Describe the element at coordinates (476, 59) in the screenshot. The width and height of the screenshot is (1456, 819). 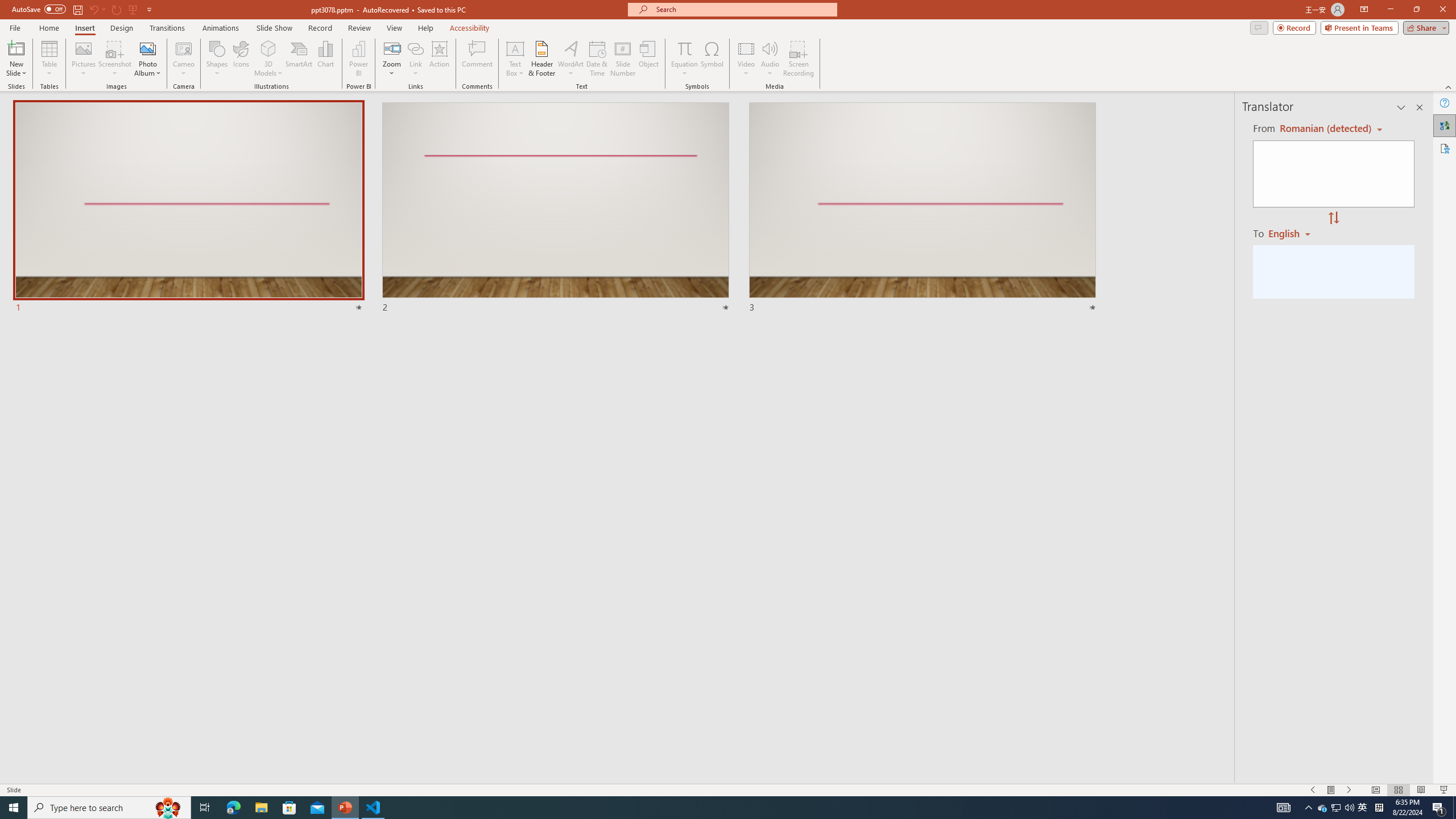
I see `'Comment'` at that location.